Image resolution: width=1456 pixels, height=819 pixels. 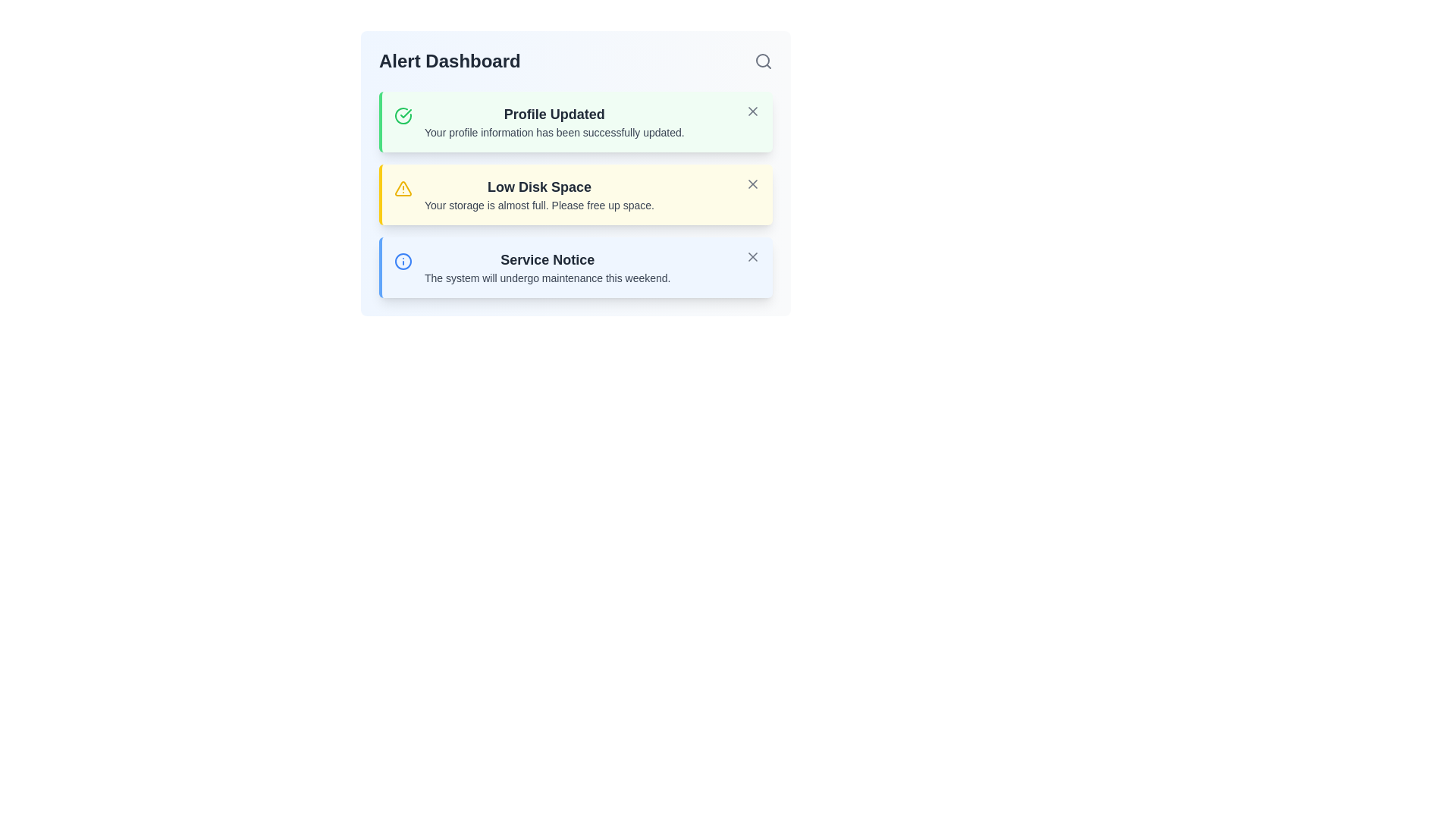 I want to click on the 'Low Disk Space' notification text element, which is the second alert in the Alert Dashboard, displaying a warning about storage space, so click(x=539, y=194).